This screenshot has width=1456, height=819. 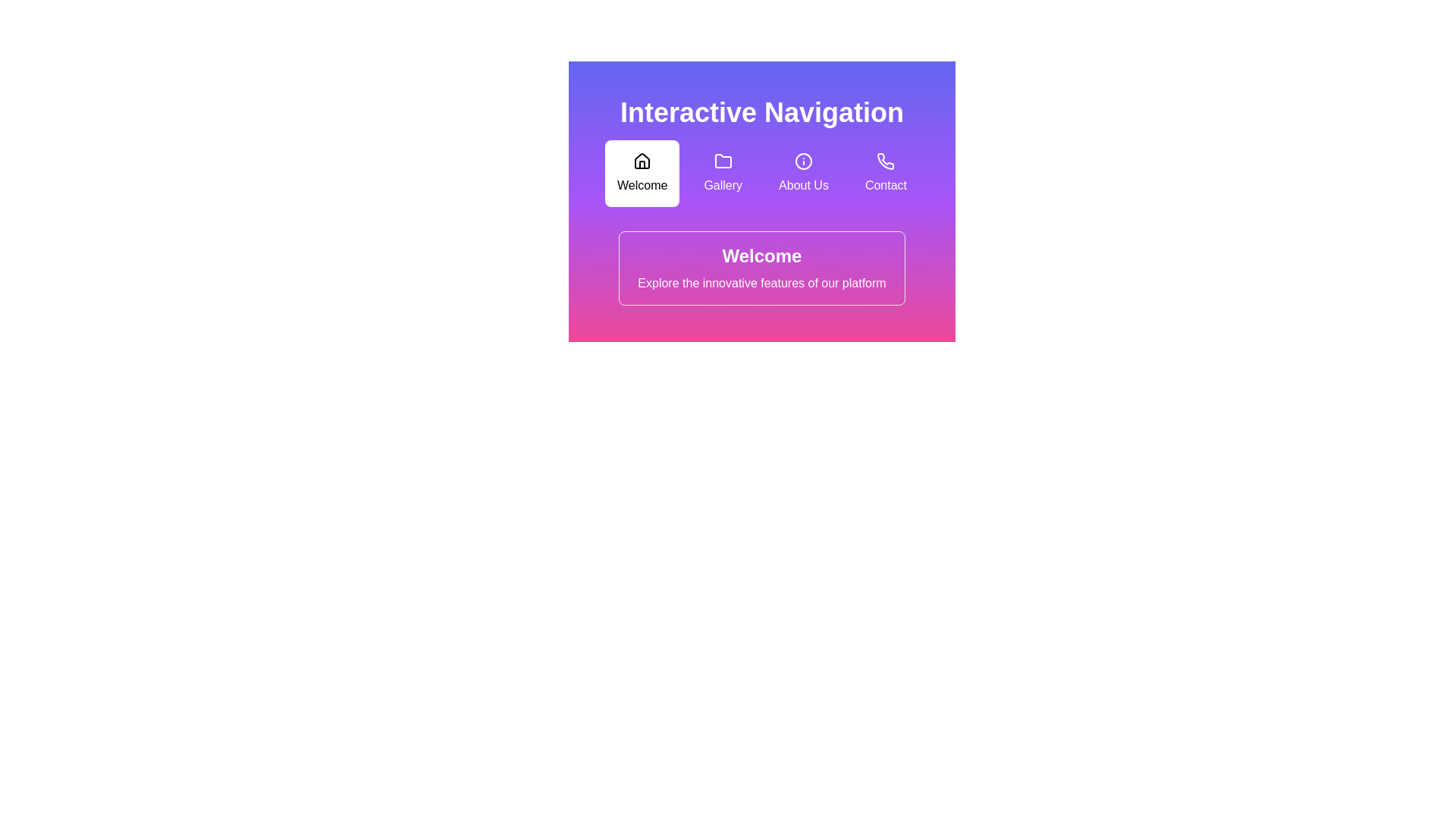 I want to click on the 'Gallery' text label in the navigation menu, so click(x=722, y=185).